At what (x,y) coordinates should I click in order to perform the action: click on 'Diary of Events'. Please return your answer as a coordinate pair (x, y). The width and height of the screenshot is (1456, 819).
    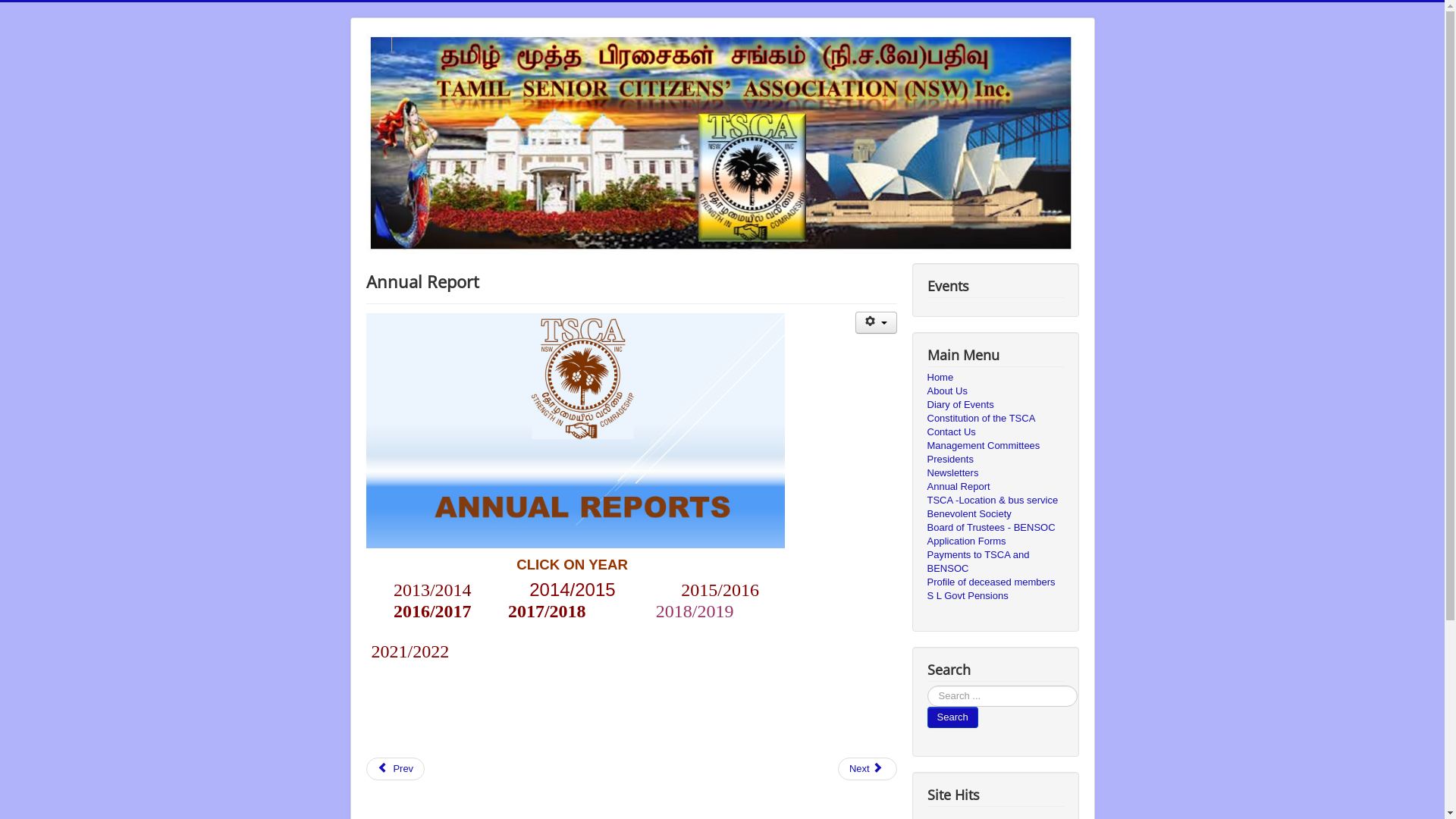
    Looking at the image, I should click on (994, 403).